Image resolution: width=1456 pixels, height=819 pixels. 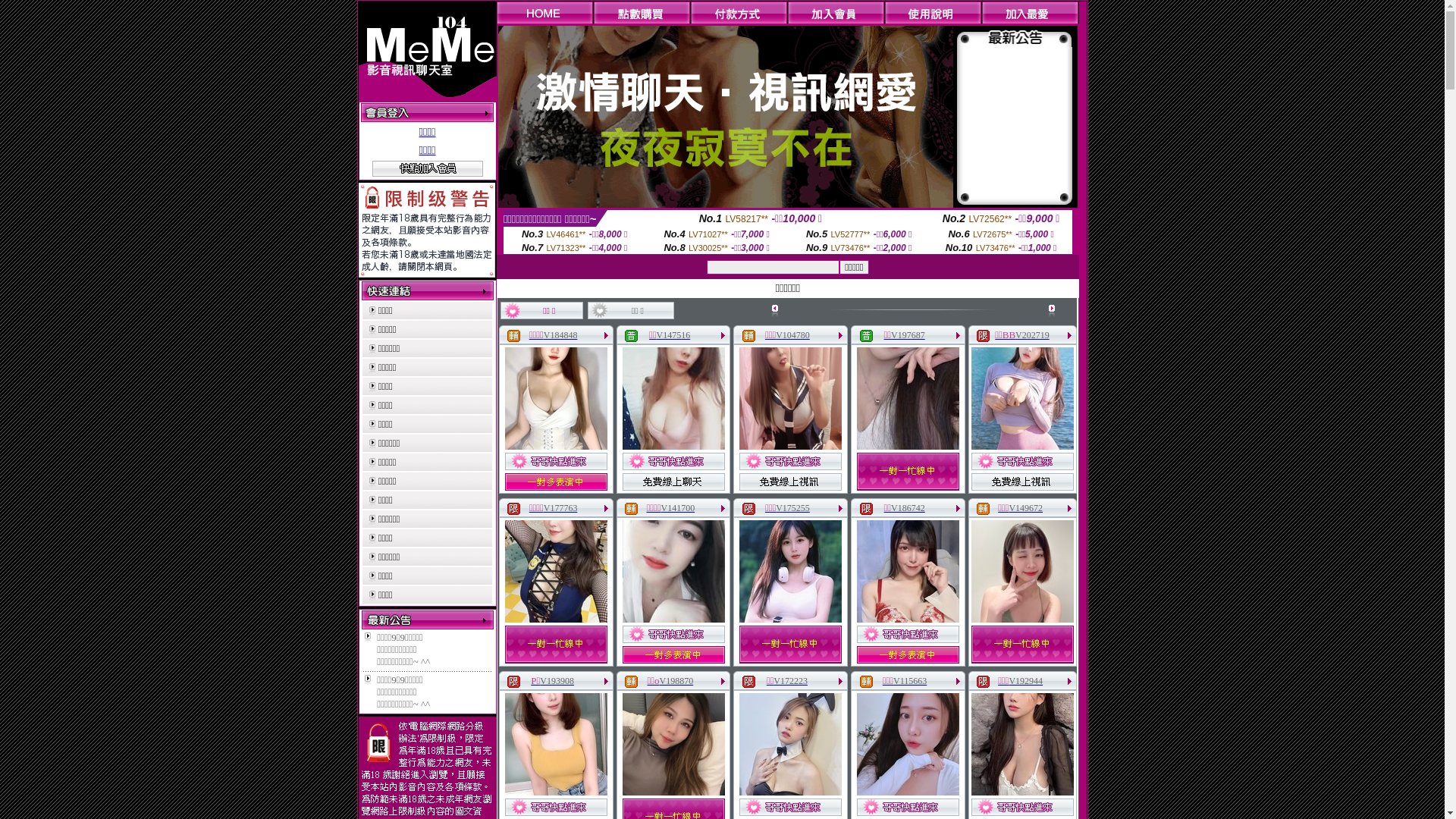 I want to click on 'V193908', so click(x=556, y=680).